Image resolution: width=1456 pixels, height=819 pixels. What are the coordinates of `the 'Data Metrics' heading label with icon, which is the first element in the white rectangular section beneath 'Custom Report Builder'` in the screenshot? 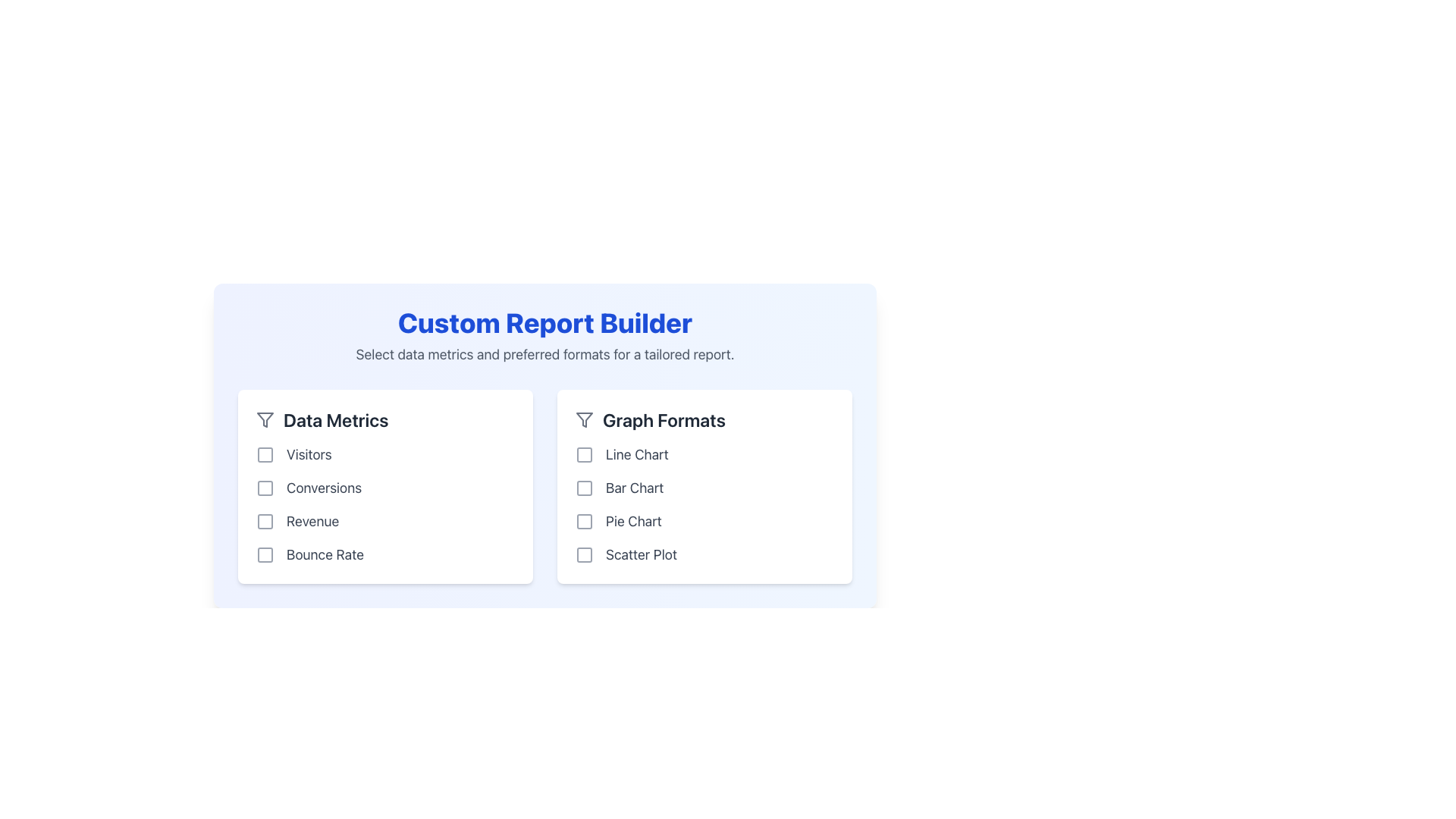 It's located at (385, 420).